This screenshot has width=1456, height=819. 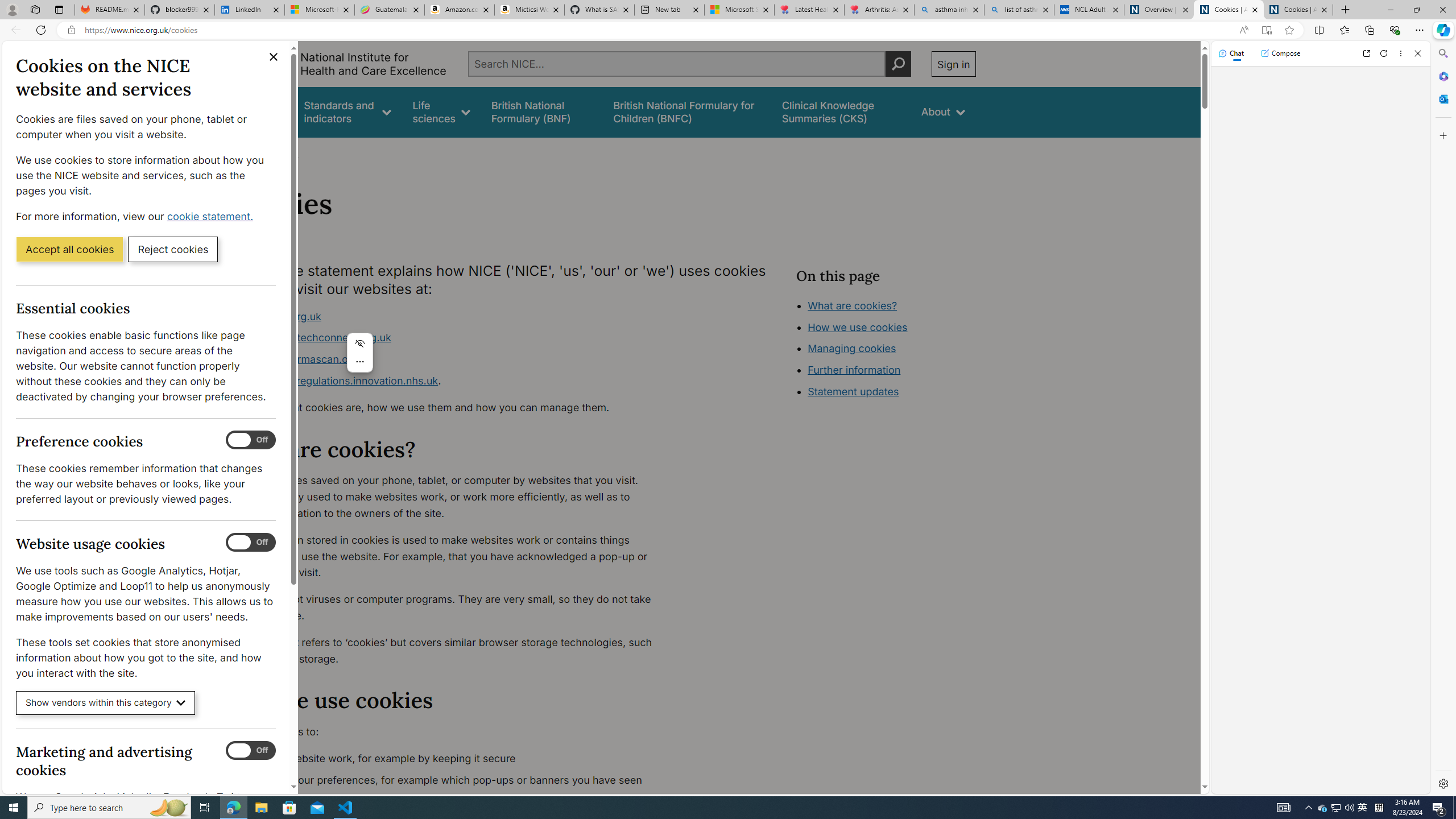 I want to click on 'Chat', so click(x=1231, y=52).